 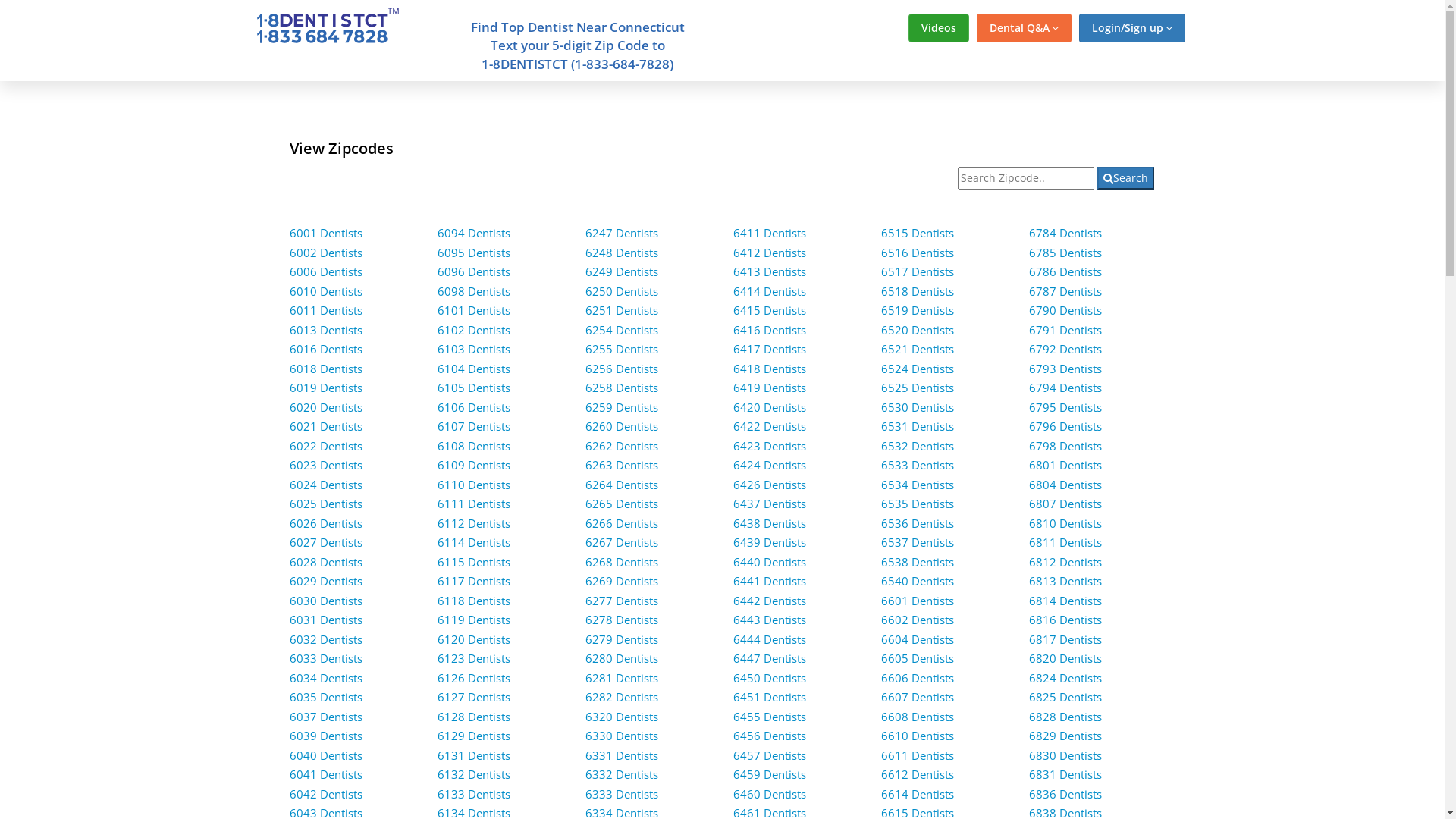 I want to click on '6035 Dentists', so click(x=325, y=696).